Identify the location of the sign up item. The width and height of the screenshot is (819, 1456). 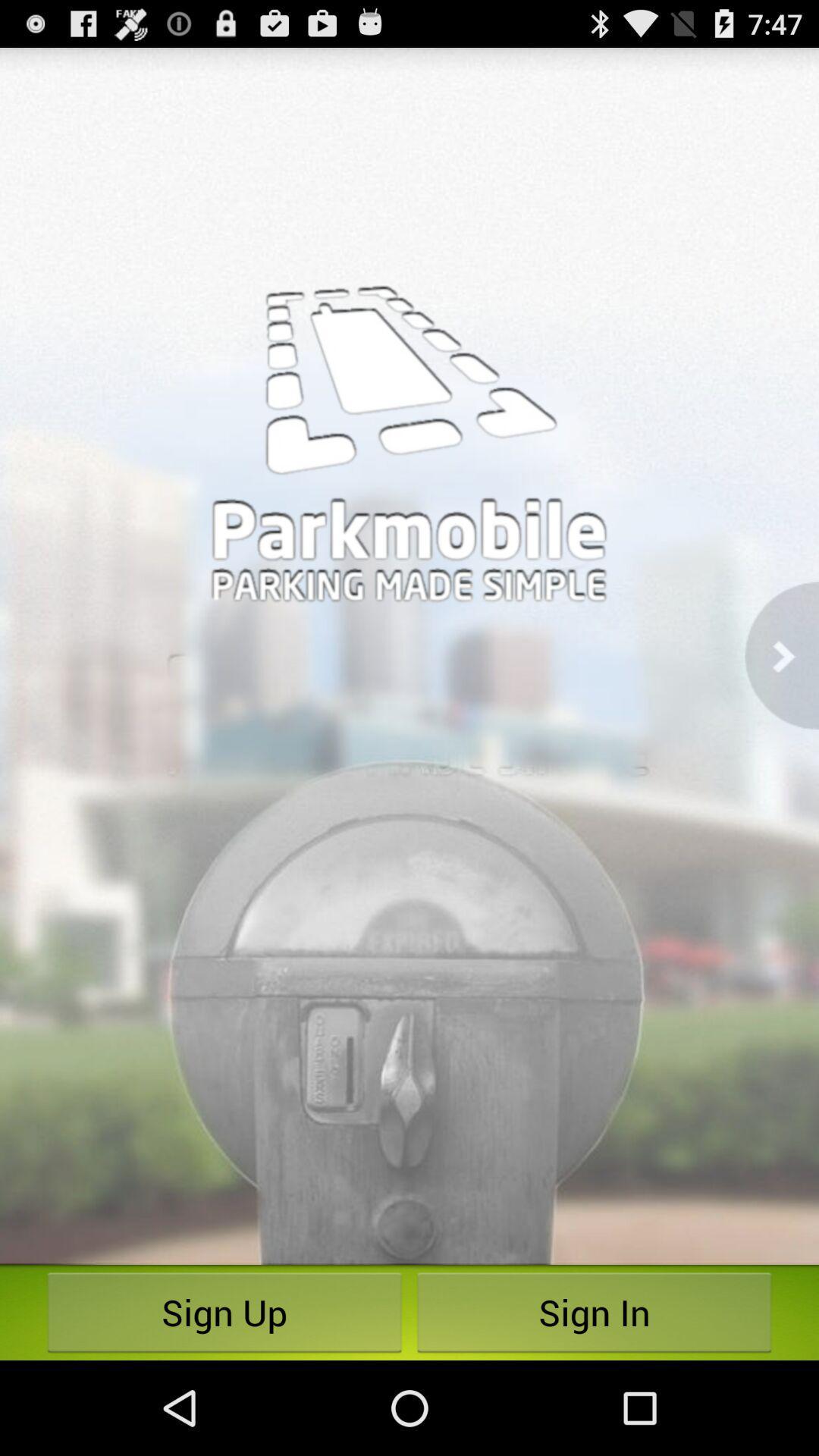
(224, 1312).